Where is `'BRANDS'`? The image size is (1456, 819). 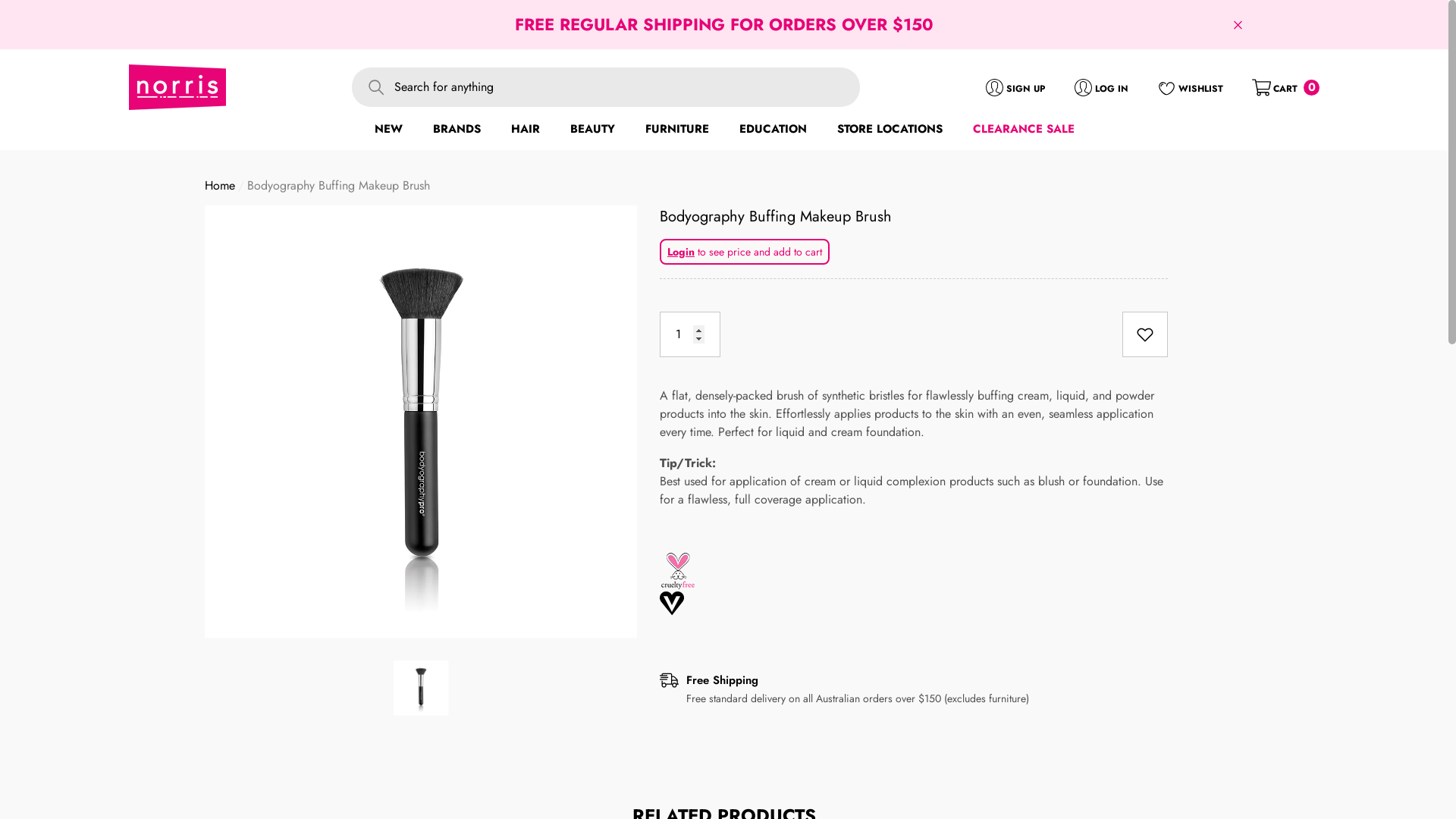
'BRANDS' is located at coordinates (455, 127).